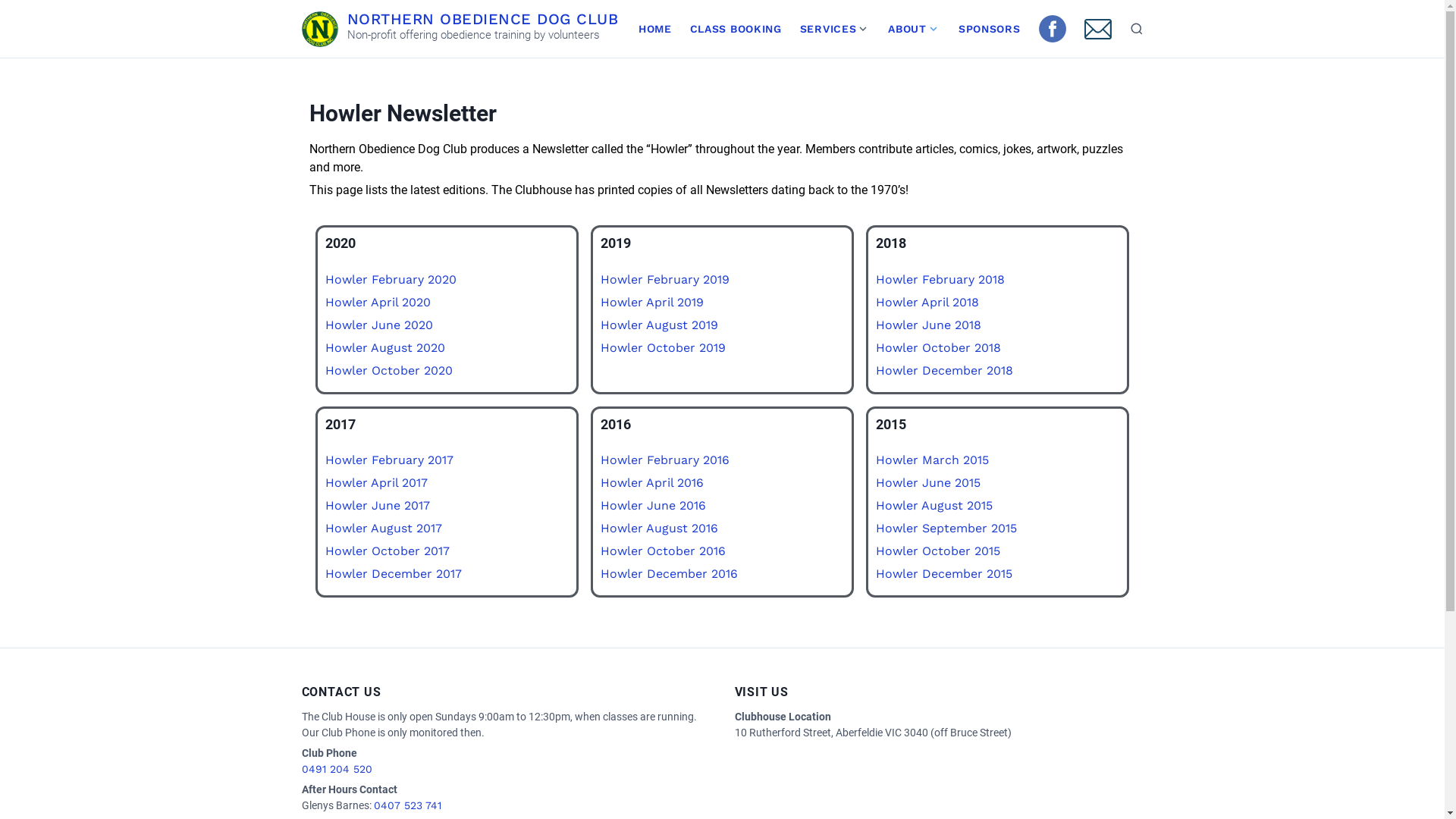 This screenshot has height=819, width=1456. I want to click on 'Howler August 2019', so click(659, 323).